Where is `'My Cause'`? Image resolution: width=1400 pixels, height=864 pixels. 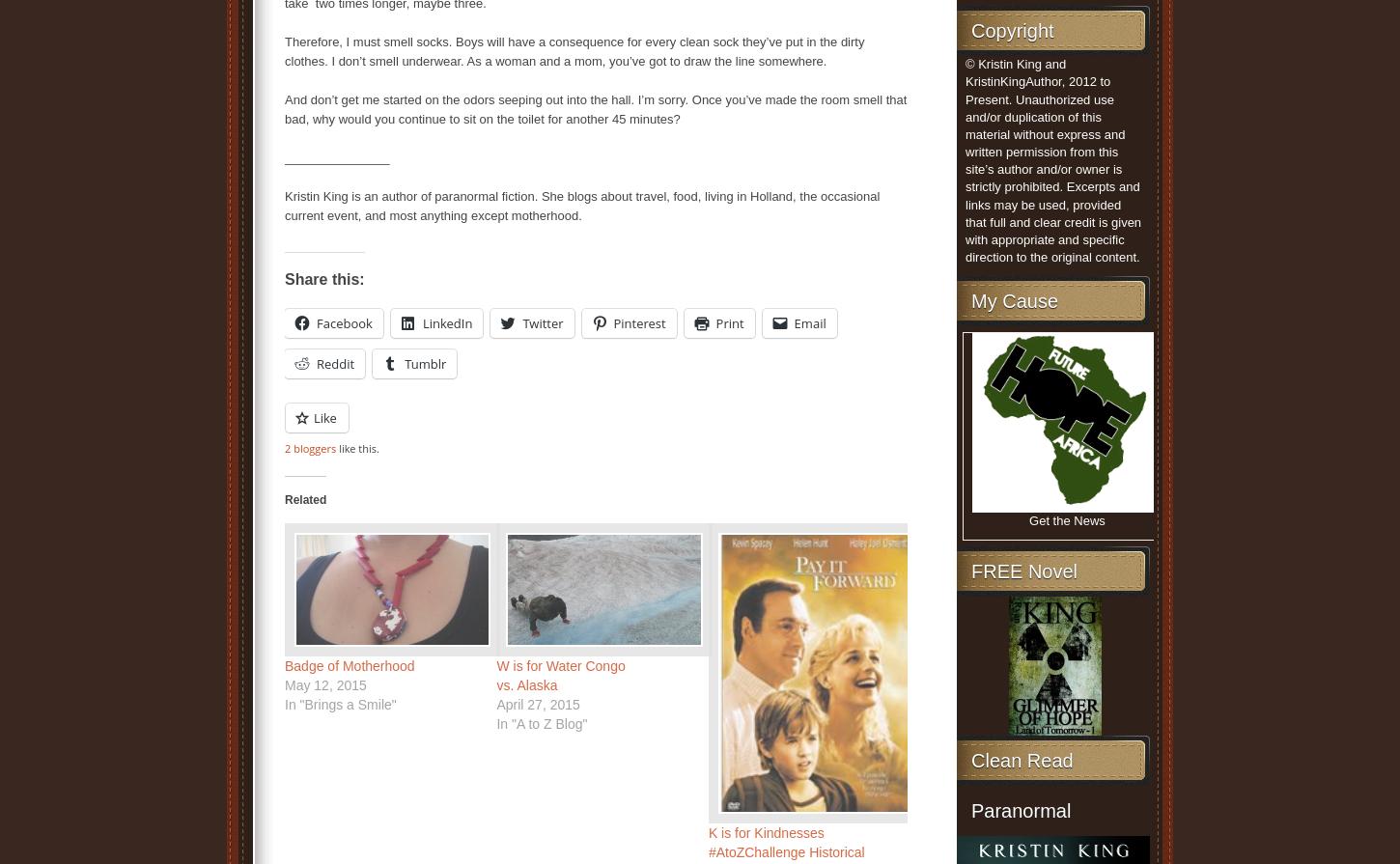 'My Cause' is located at coordinates (1014, 300).